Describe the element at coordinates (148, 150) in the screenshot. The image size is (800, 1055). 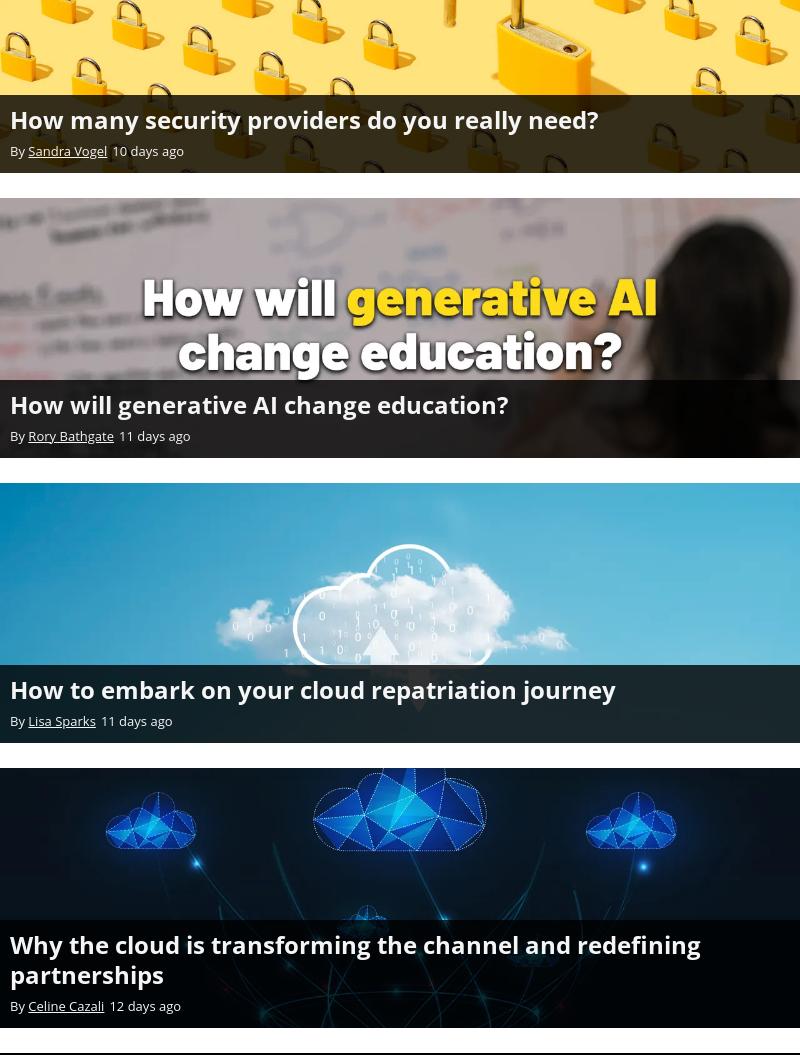
I see `'10 days ago'` at that location.